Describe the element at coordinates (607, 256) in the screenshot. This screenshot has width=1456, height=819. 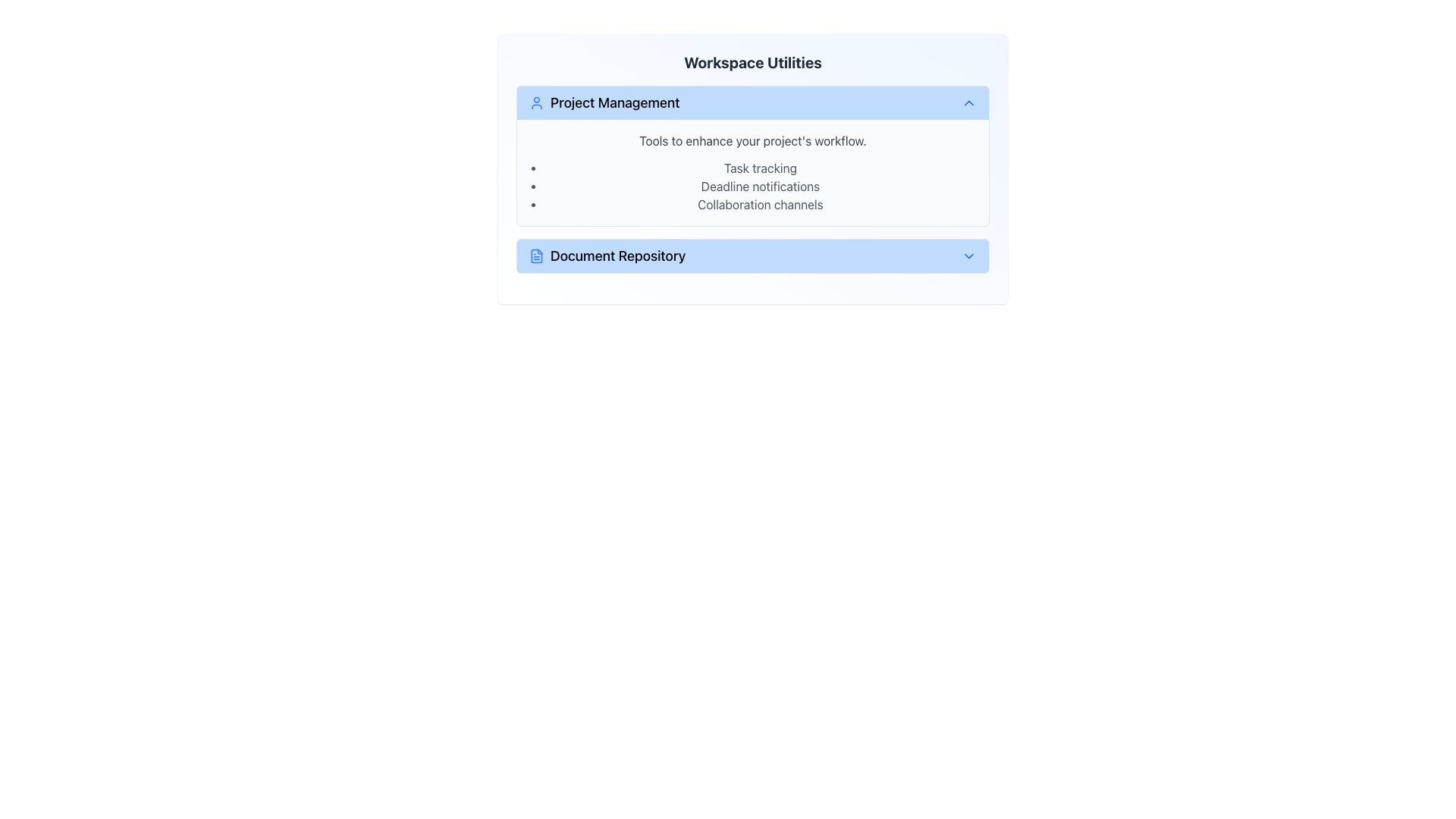
I see `the leftmost label with an icon in the light blue bar at the bottom of the 'Workspace Utilities' section` at that location.